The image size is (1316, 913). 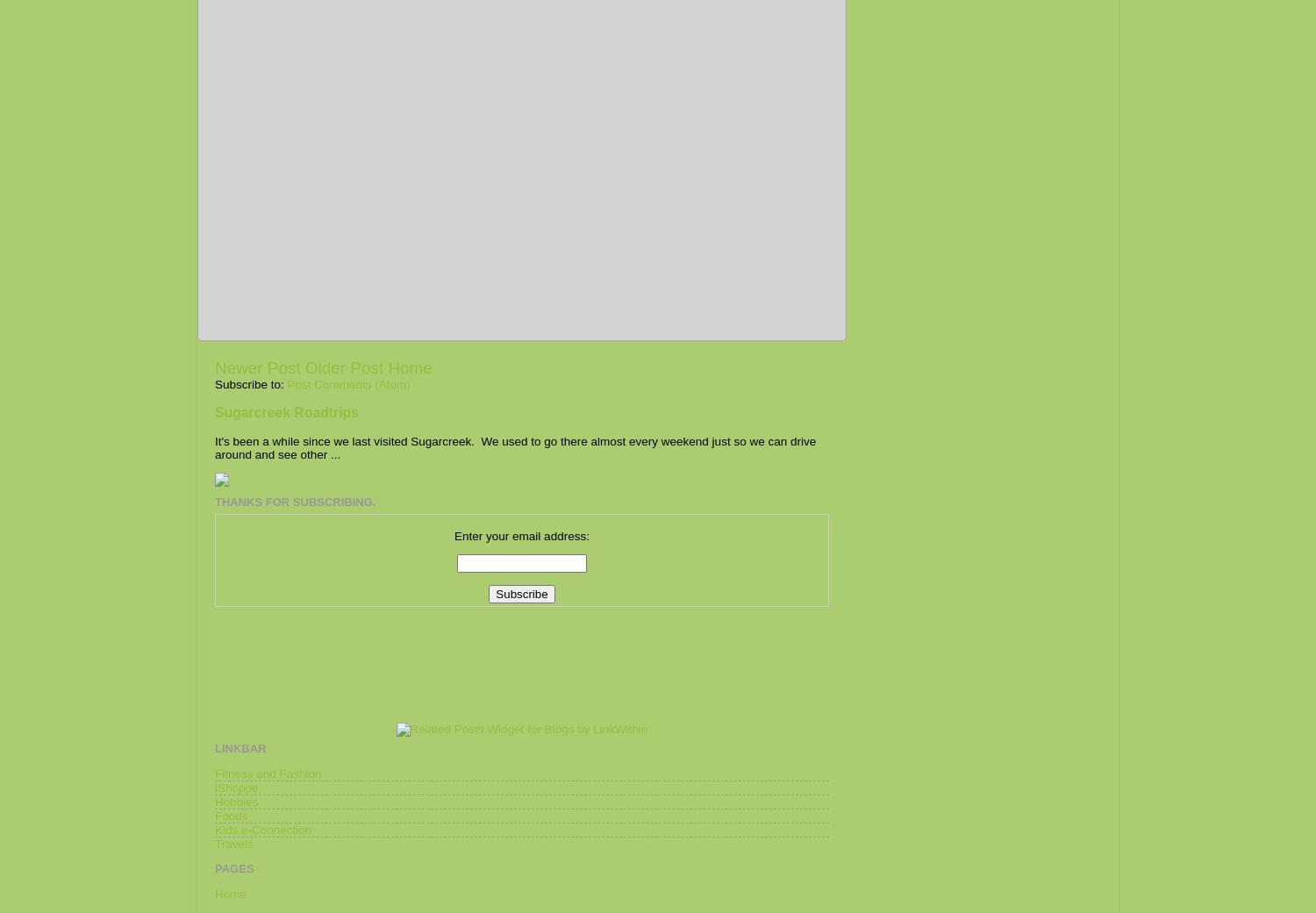 What do you see at coordinates (454, 535) in the screenshot?
I see `'Enter your email address:'` at bounding box center [454, 535].